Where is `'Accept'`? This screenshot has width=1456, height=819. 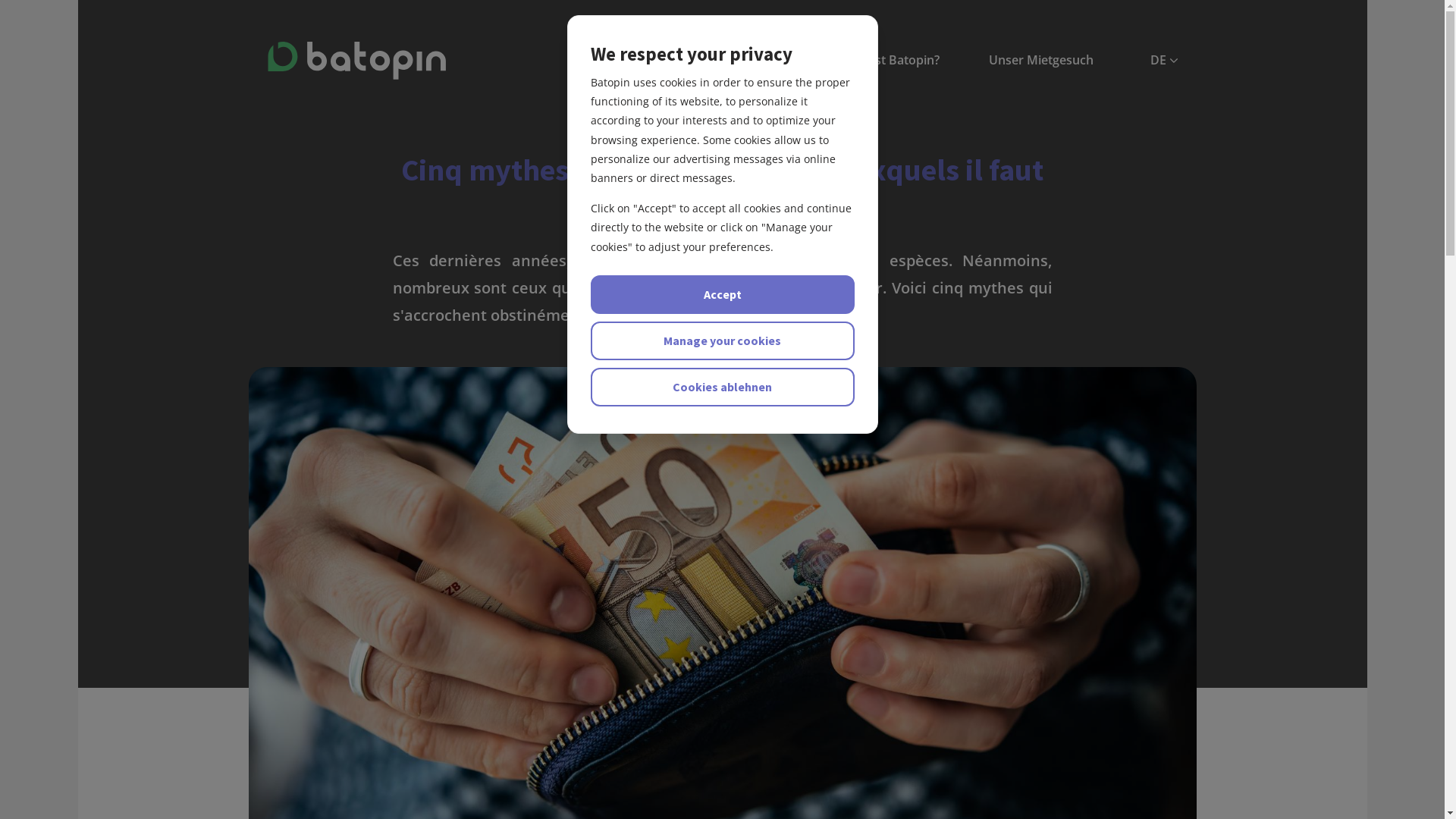 'Accept' is located at coordinates (720, 294).